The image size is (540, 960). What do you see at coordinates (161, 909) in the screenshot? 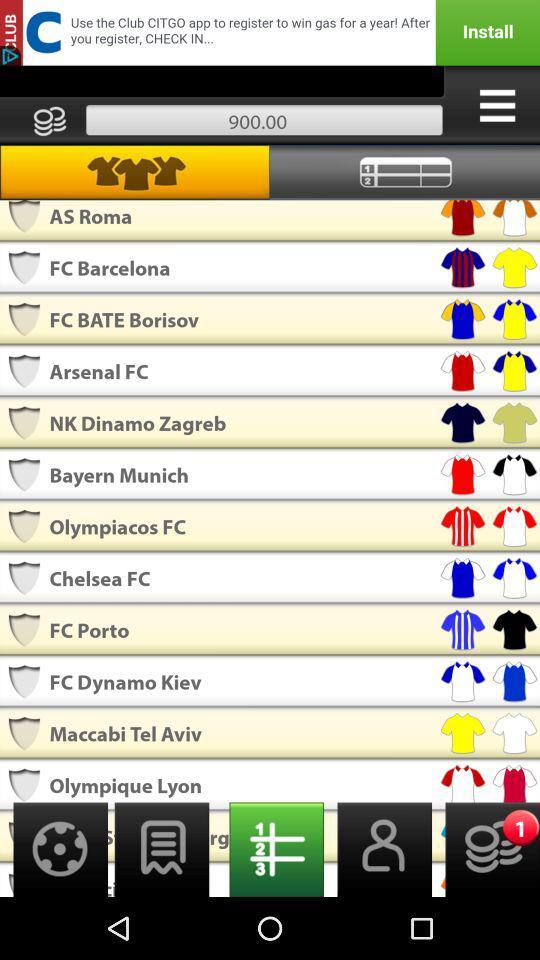
I see `the chat icon` at bounding box center [161, 909].